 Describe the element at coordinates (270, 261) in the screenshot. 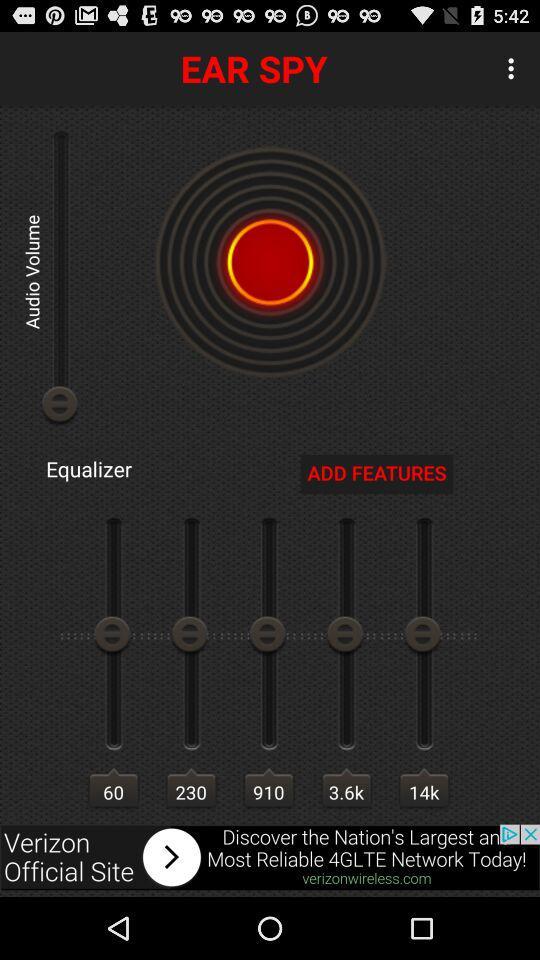

I see `turn on ear spy` at that location.